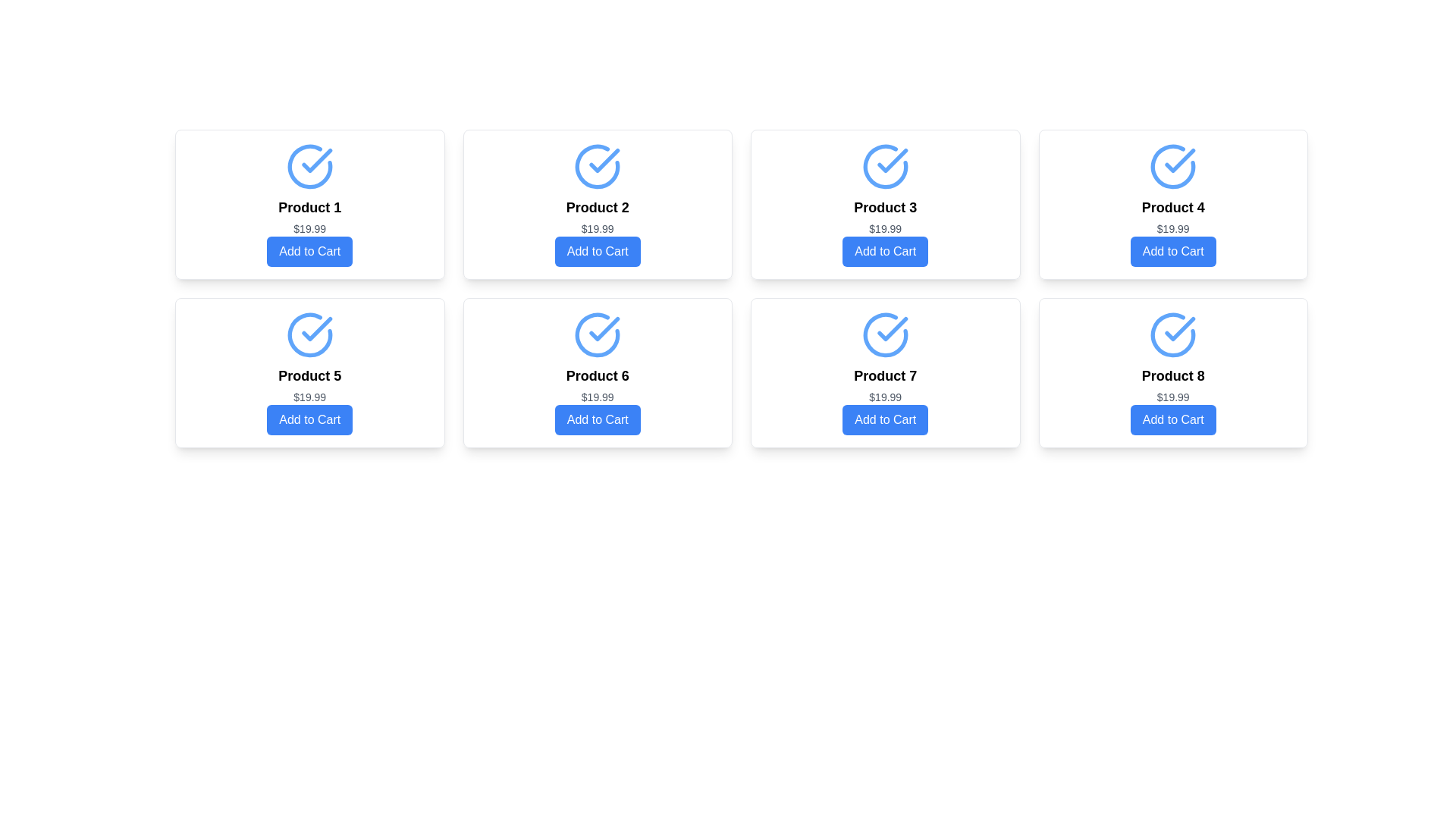 This screenshot has height=819, width=1456. I want to click on the status indicator icon located at the top center of the card for 'Product 5', which signifies that the product is verified or selected, so click(309, 334).